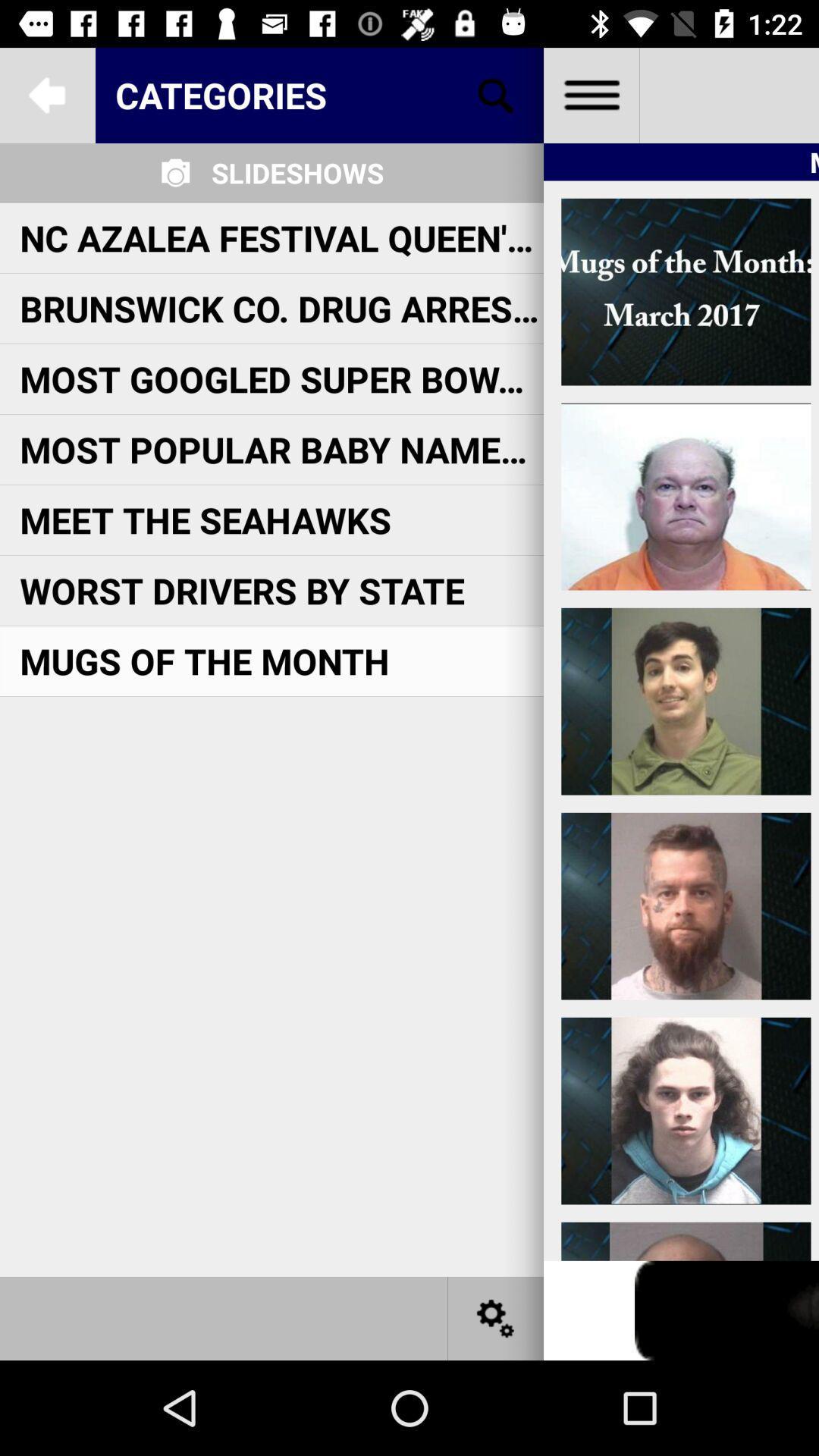 Image resolution: width=819 pixels, height=1456 pixels. What do you see at coordinates (496, 94) in the screenshot?
I see `the search icon` at bounding box center [496, 94].